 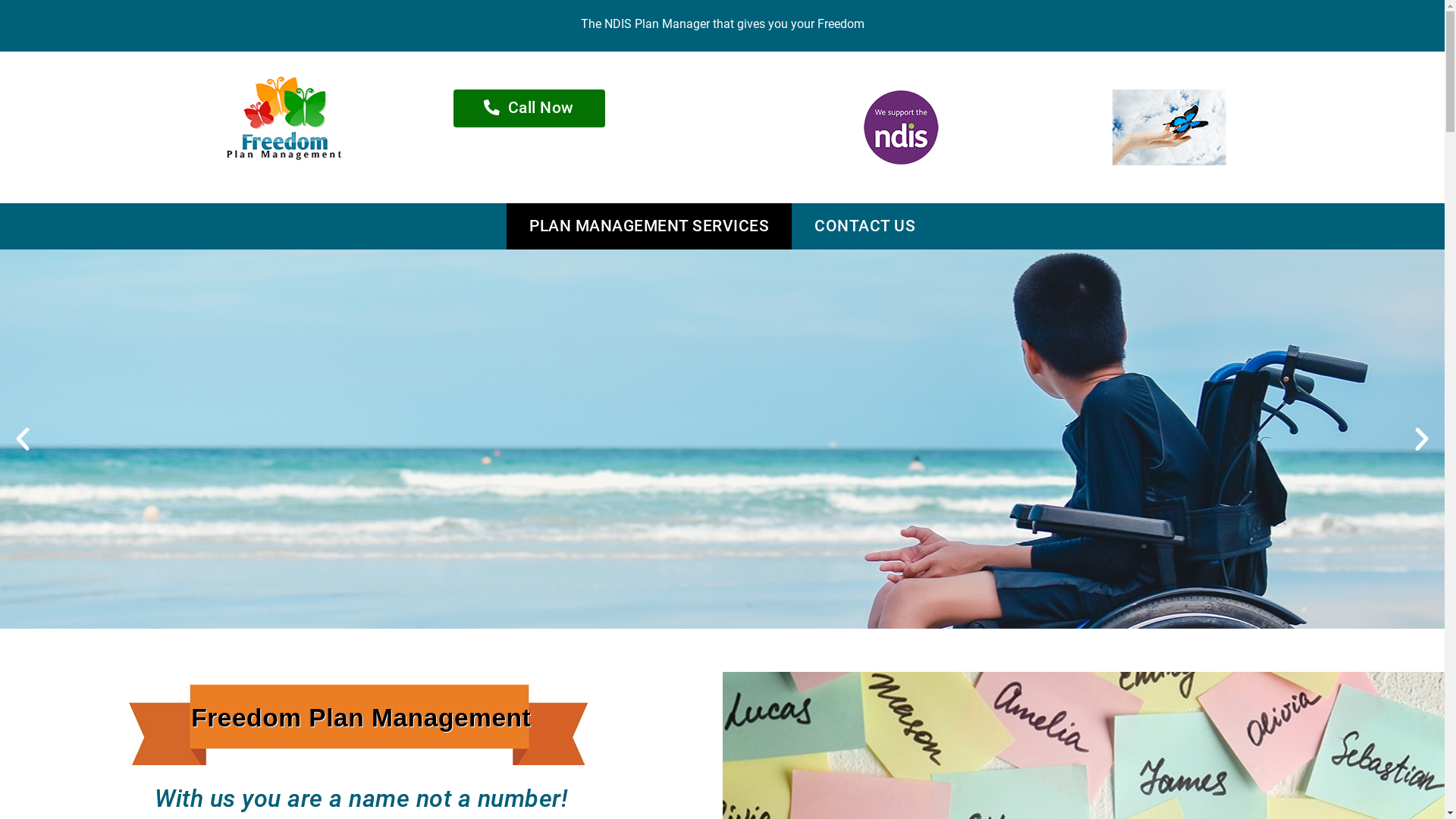 I want to click on 'PLAN MANAGEMENT SERVICES', so click(x=648, y=226).